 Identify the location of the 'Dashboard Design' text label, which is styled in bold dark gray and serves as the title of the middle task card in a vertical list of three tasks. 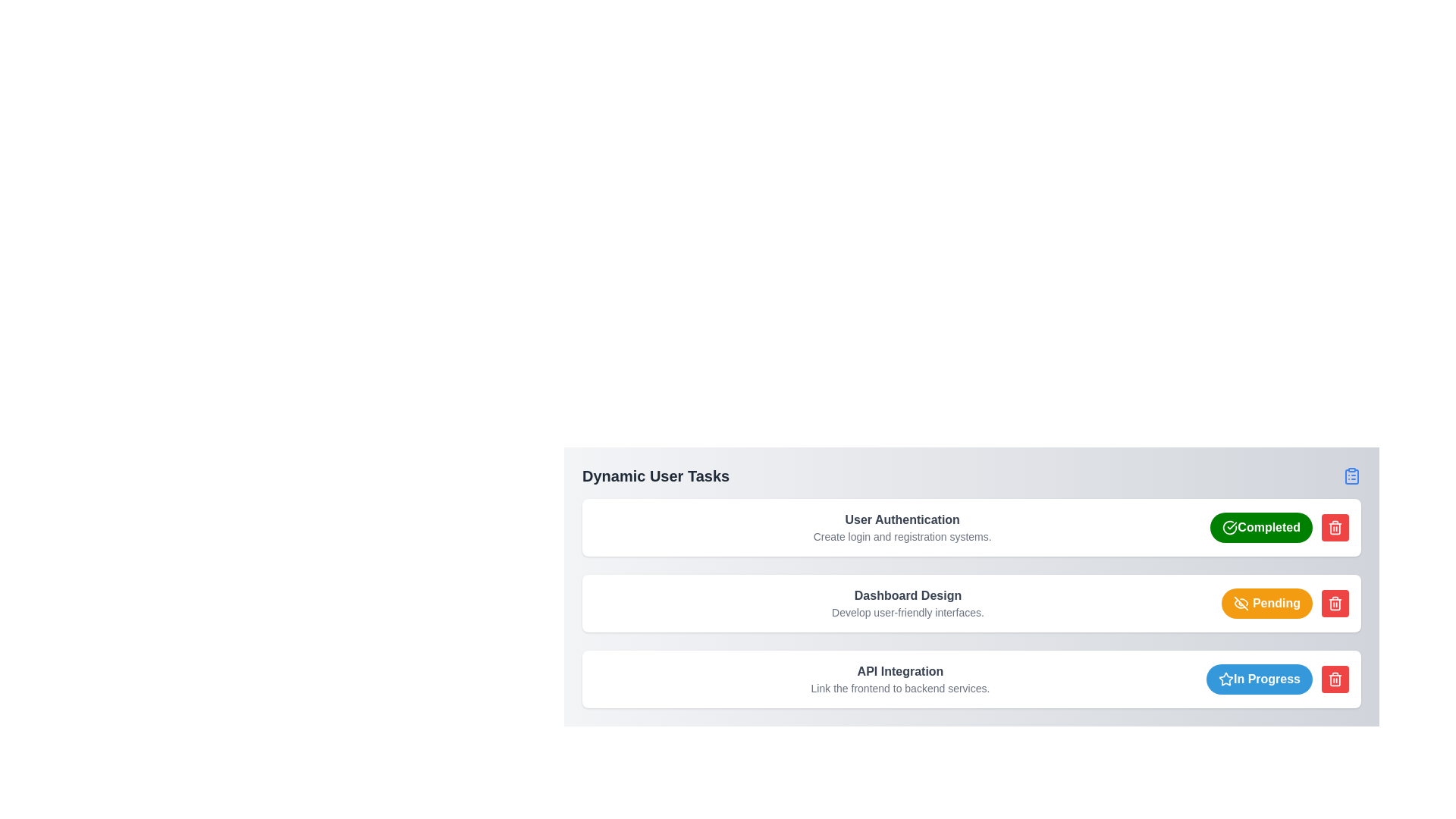
(908, 595).